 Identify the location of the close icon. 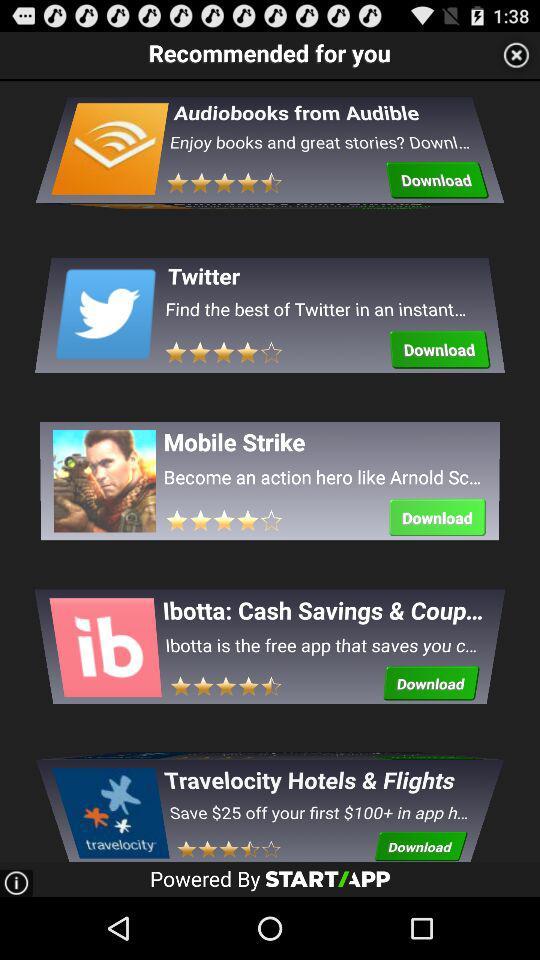
(516, 58).